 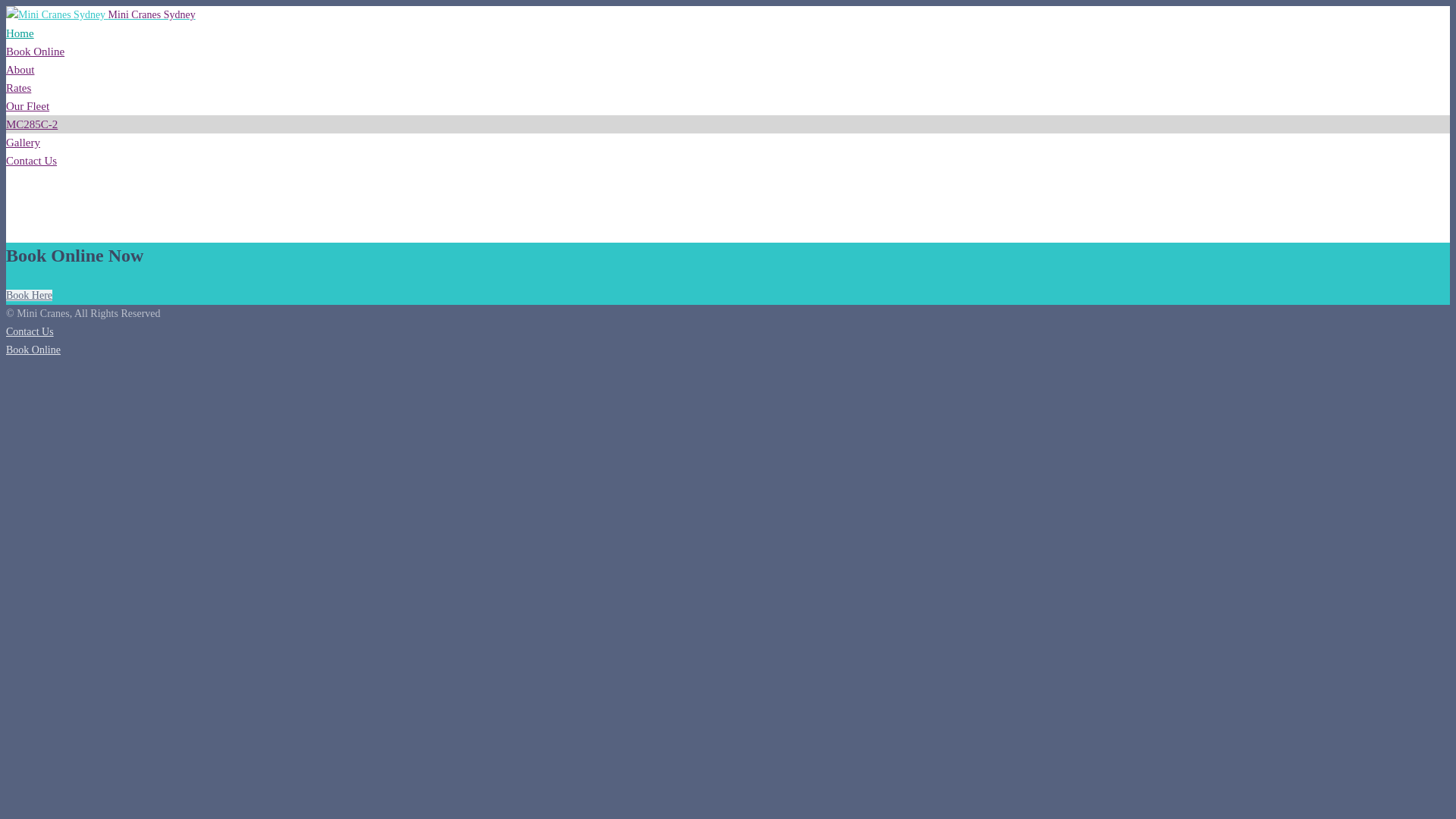 What do you see at coordinates (27, 105) in the screenshot?
I see `'Our Fleet'` at bounding box center [27, 105].